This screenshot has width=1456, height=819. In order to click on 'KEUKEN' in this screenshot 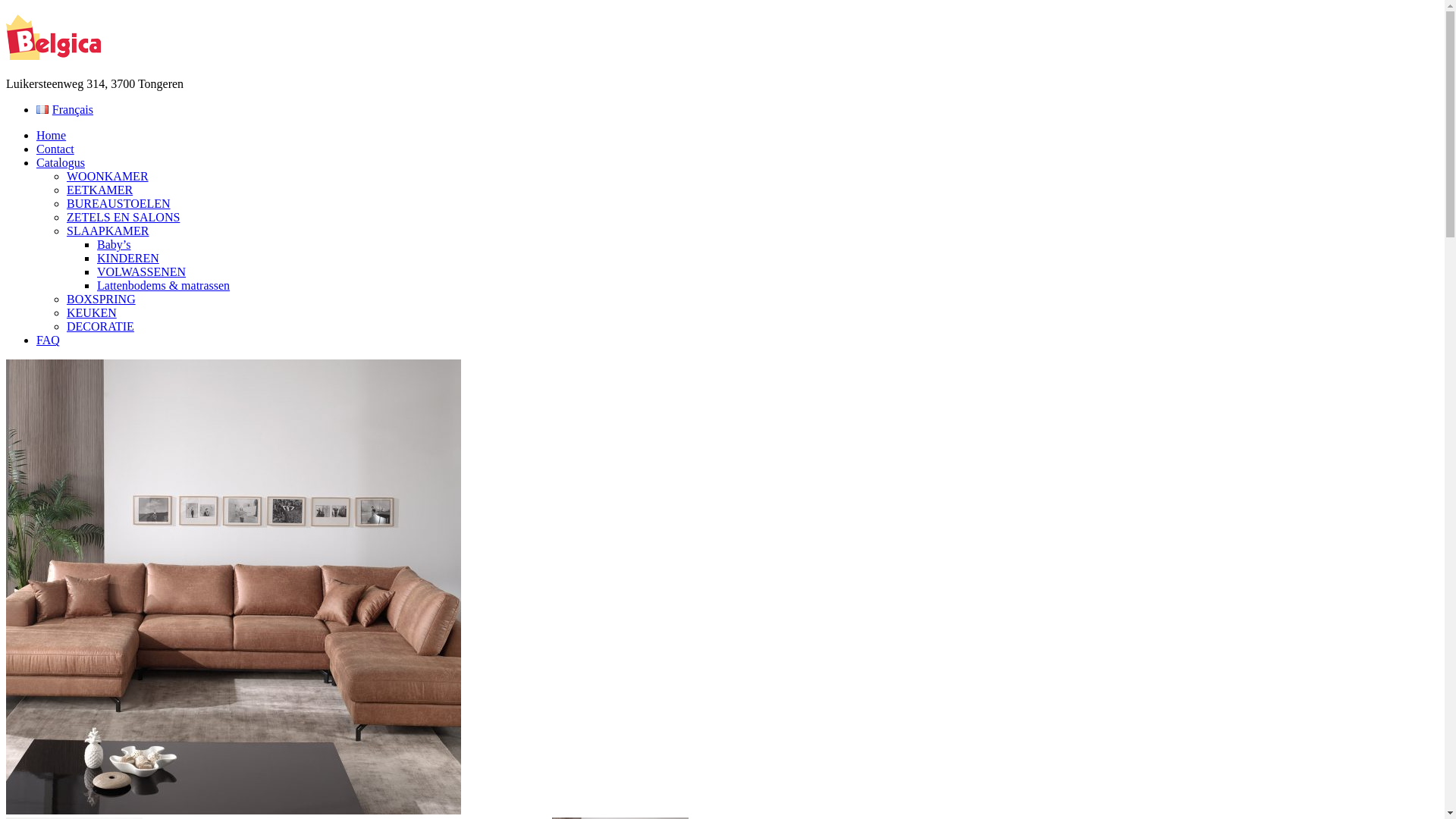, I will do `click(65, 312)`.